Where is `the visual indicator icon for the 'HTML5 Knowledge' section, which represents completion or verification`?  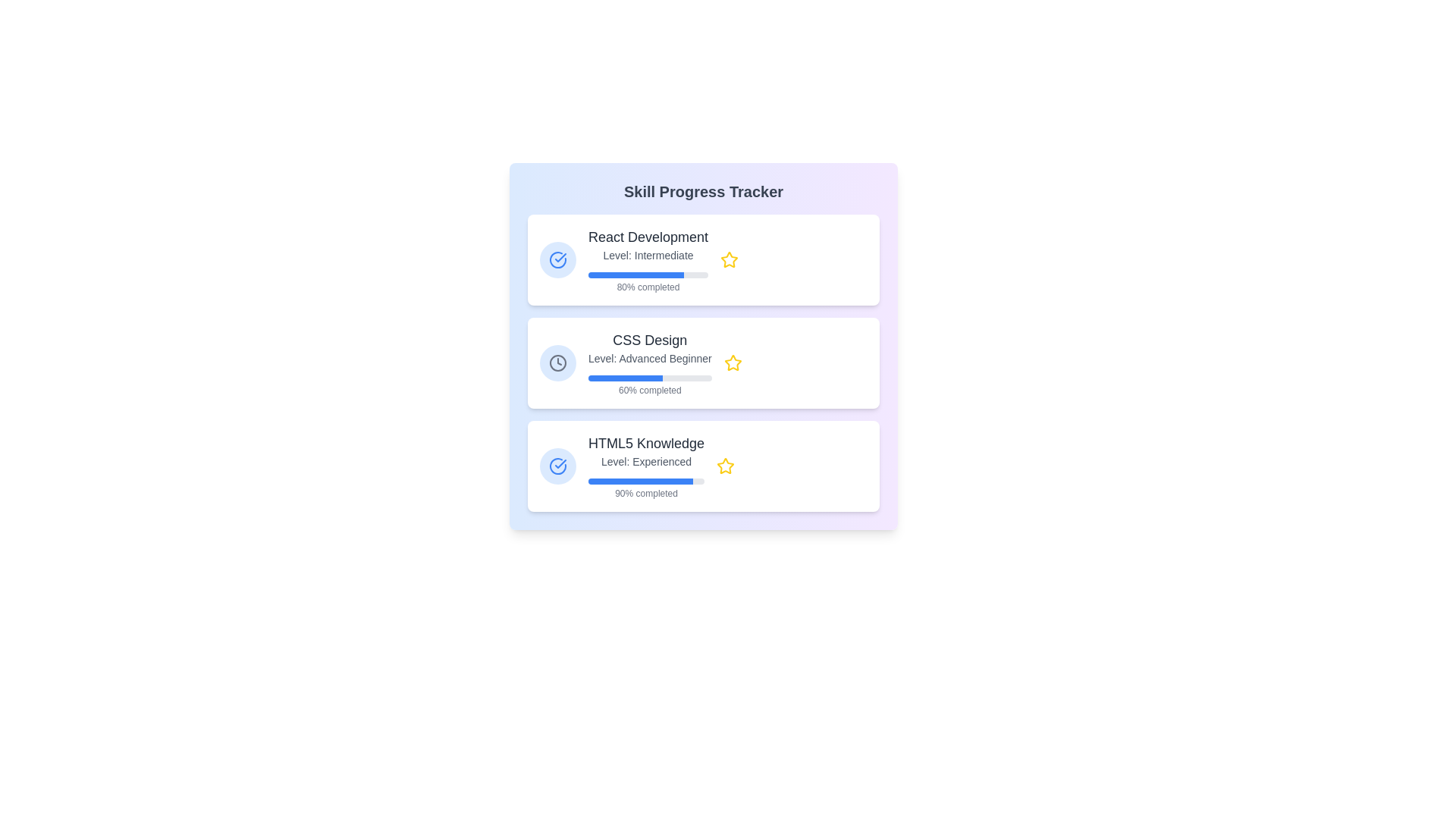 the visual indicator icon for the 'HTML5 Knowledge' section, which represents completion or verification is located at coordinates (557, 465).